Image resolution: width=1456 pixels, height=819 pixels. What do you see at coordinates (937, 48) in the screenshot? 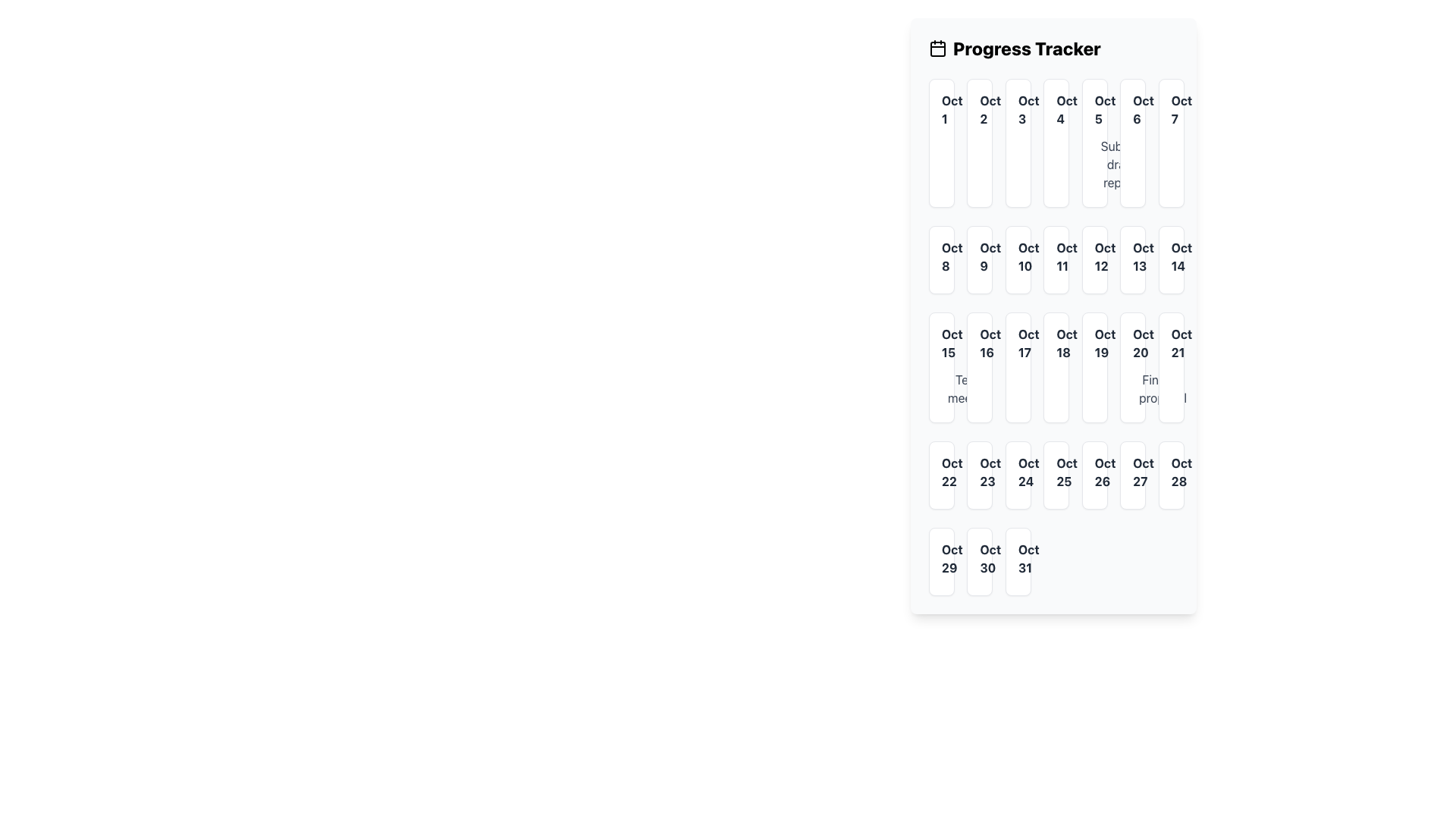
I see `the calendar icon associated with the 'Progress Tracker' heading, which features two vertical stroked lines at the top and a rectangular outline for the calendar body` at bounding box center [937, 48].